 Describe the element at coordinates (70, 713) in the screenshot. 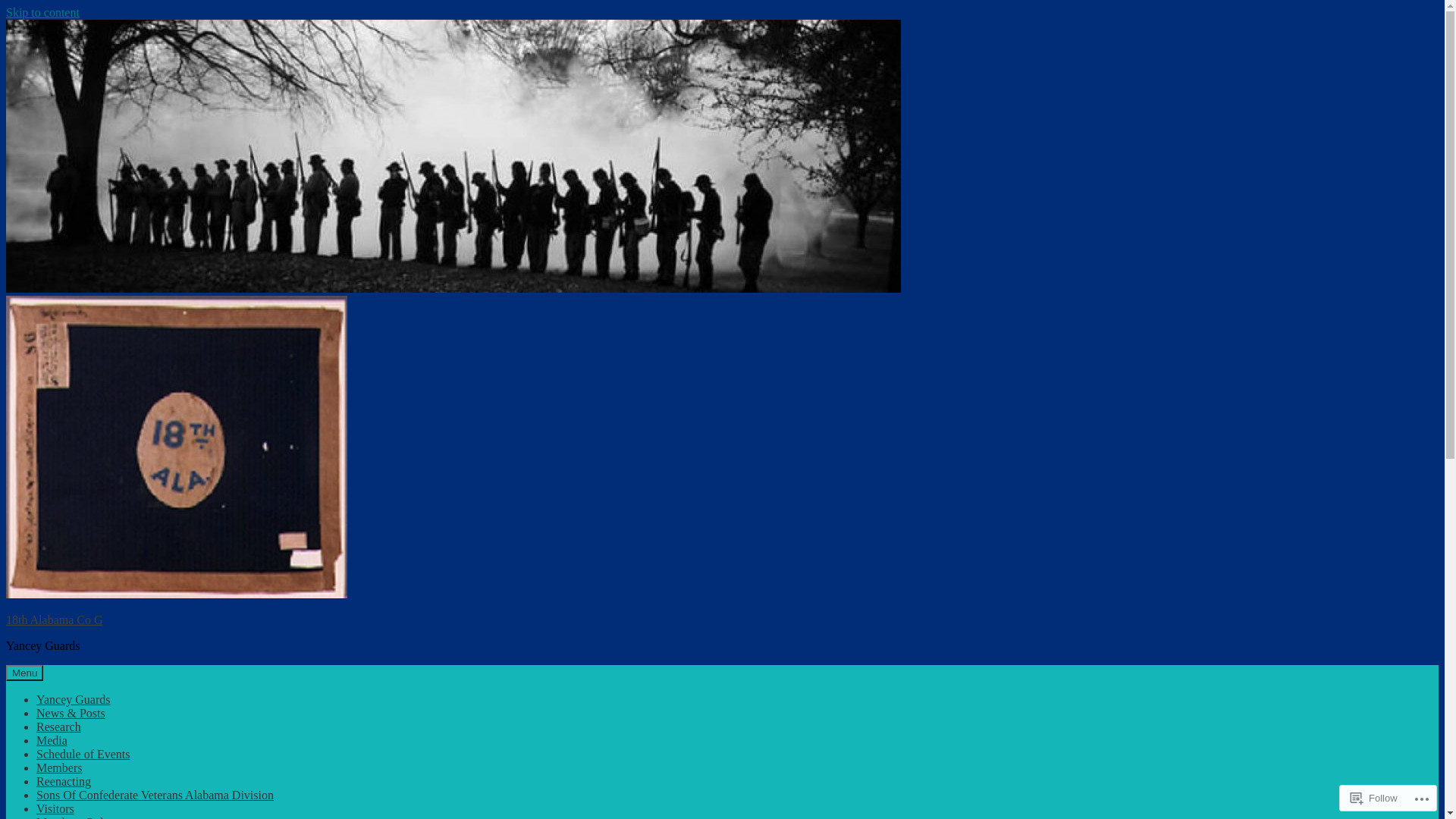

I see `'News & Posts'` at that location.